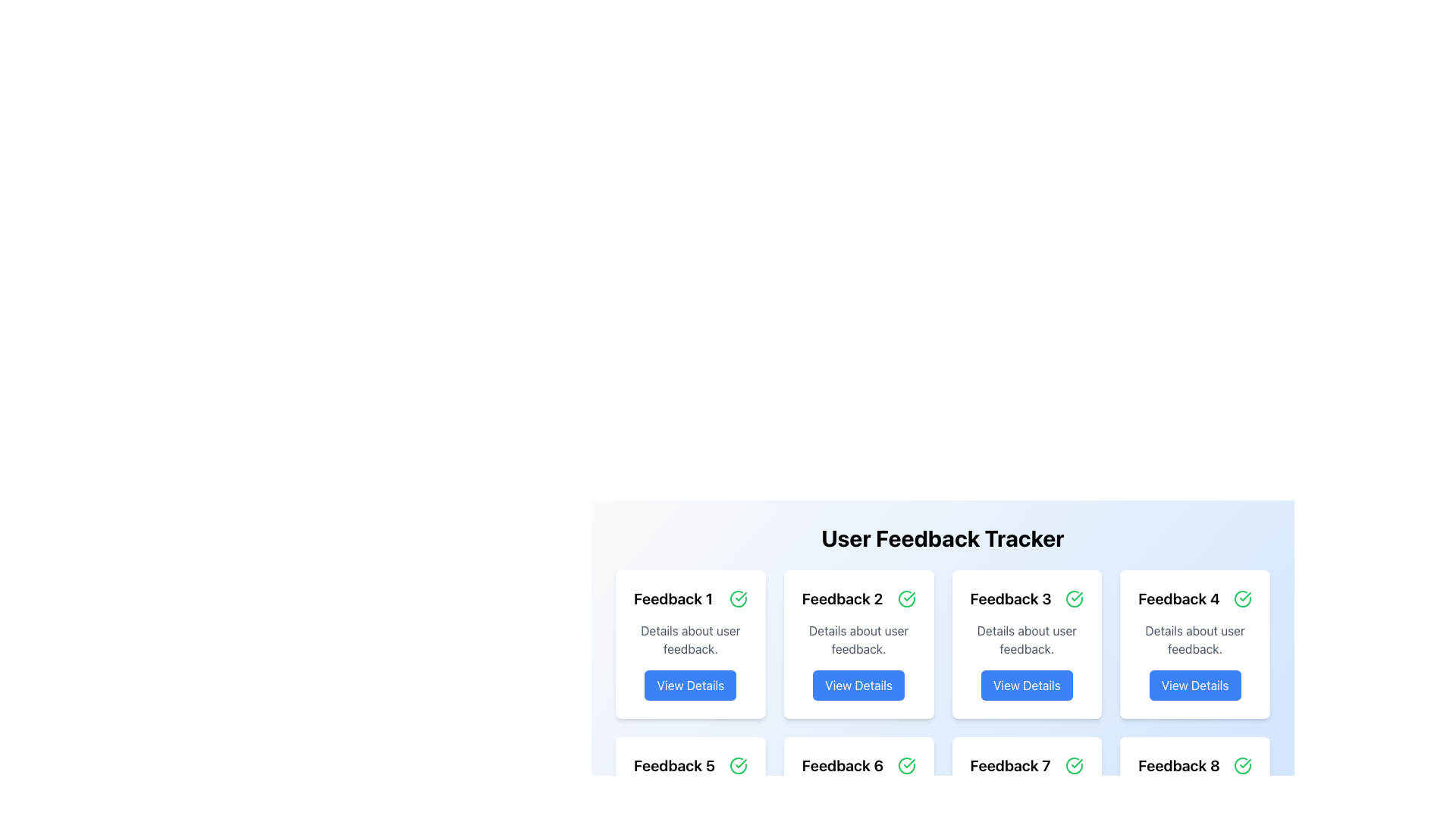 The image size is (1456, 819). What do you see at coordinates (909, 595) in the screenshot?
I see `the green checkmark icon enclosed within a circle outline, located on the top-right side of the second feedback card in the first row of the feedback grid` at bounding box center [909, 595].